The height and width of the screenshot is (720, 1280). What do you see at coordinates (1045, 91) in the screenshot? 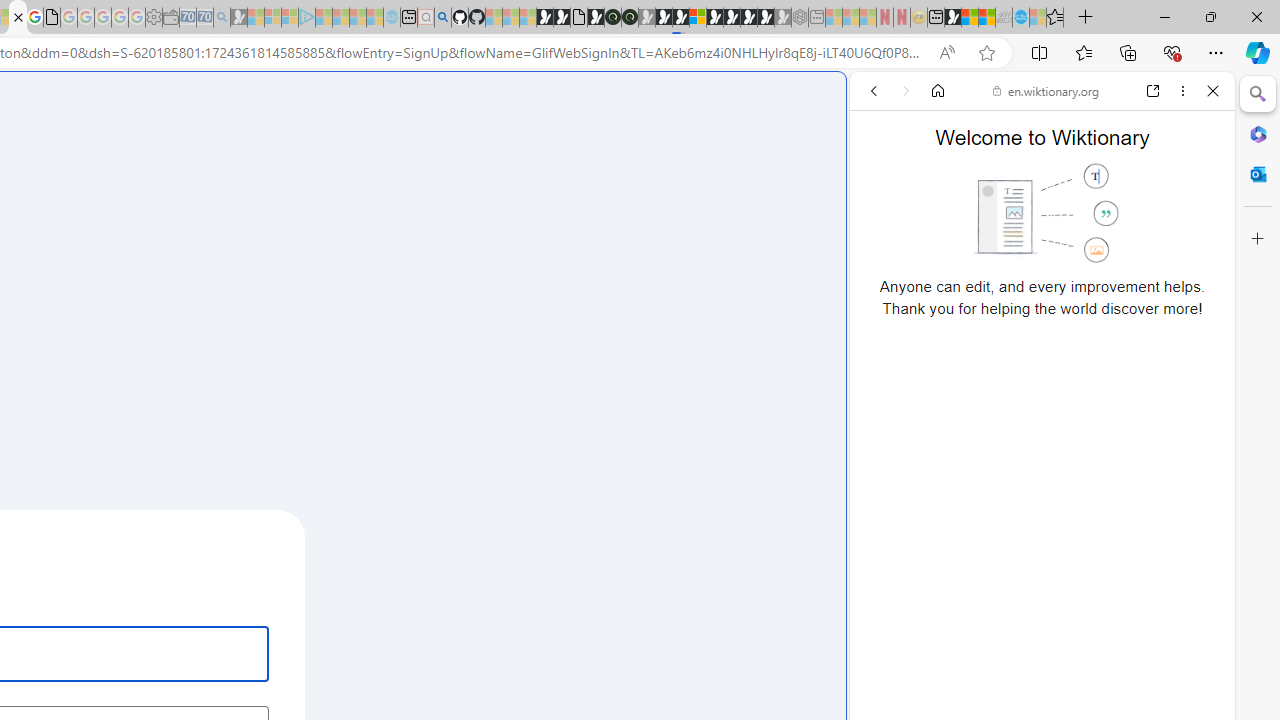
I see `'en.wiktionary.org'` at bounding box center [1045, 91].